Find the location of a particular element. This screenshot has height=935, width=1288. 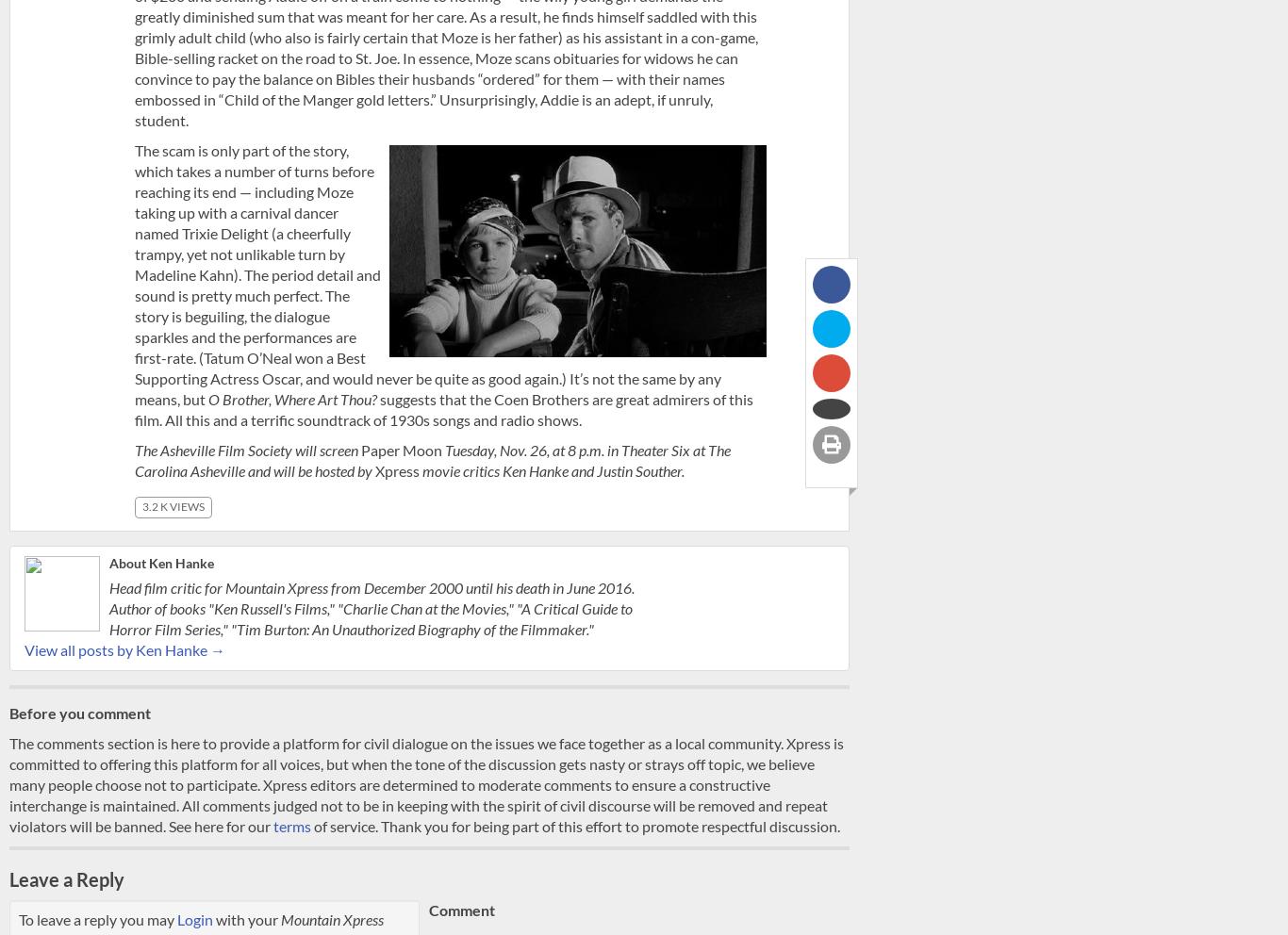

'of service. Thank you for being part of this effort to promote respectful discussion.' is located at coordinates (311, 825).